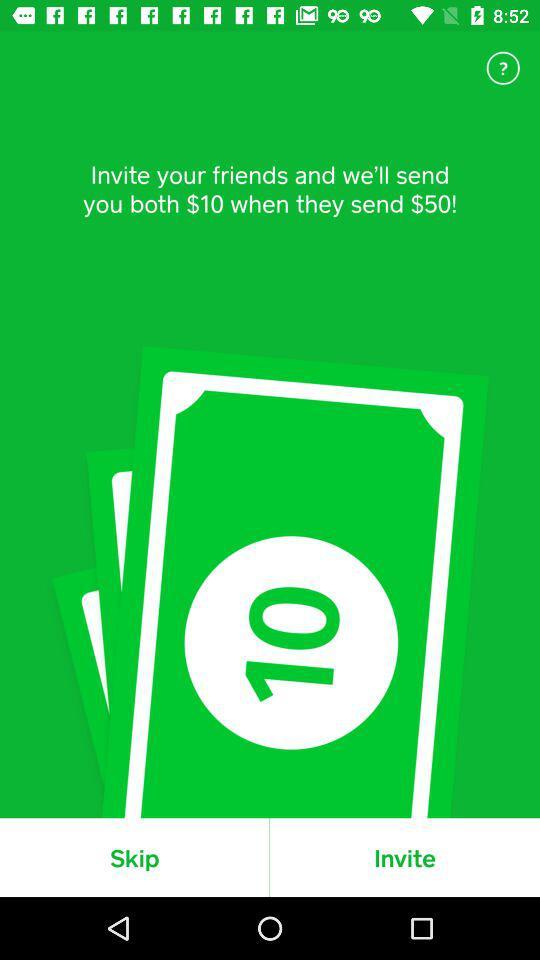 The width and height of the screenshot is (540, 960). I want to click on item at the bottom left corner, so click(134, 856).